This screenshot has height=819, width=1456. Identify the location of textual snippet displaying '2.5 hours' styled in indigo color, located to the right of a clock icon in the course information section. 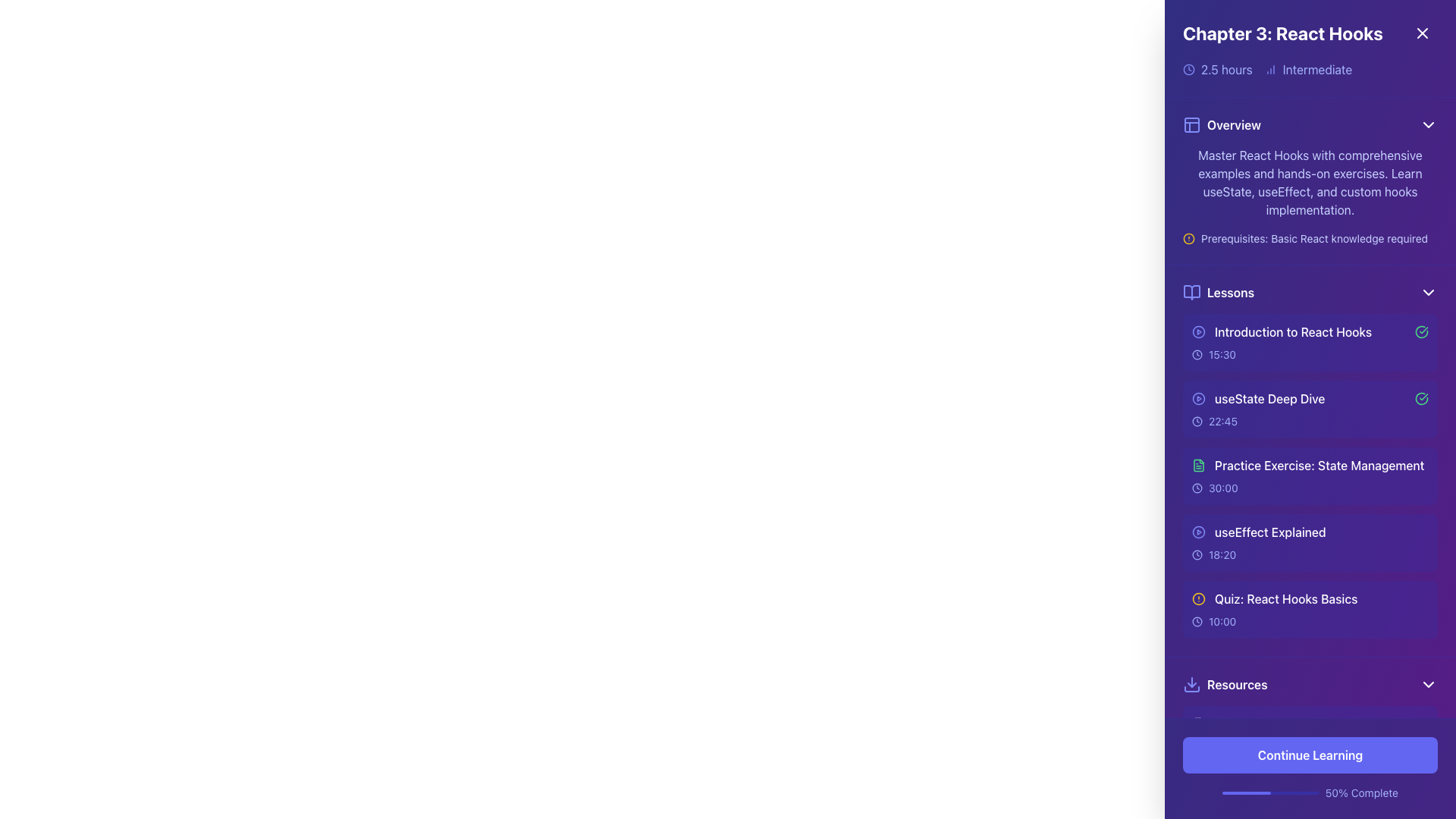
(1226, 70).